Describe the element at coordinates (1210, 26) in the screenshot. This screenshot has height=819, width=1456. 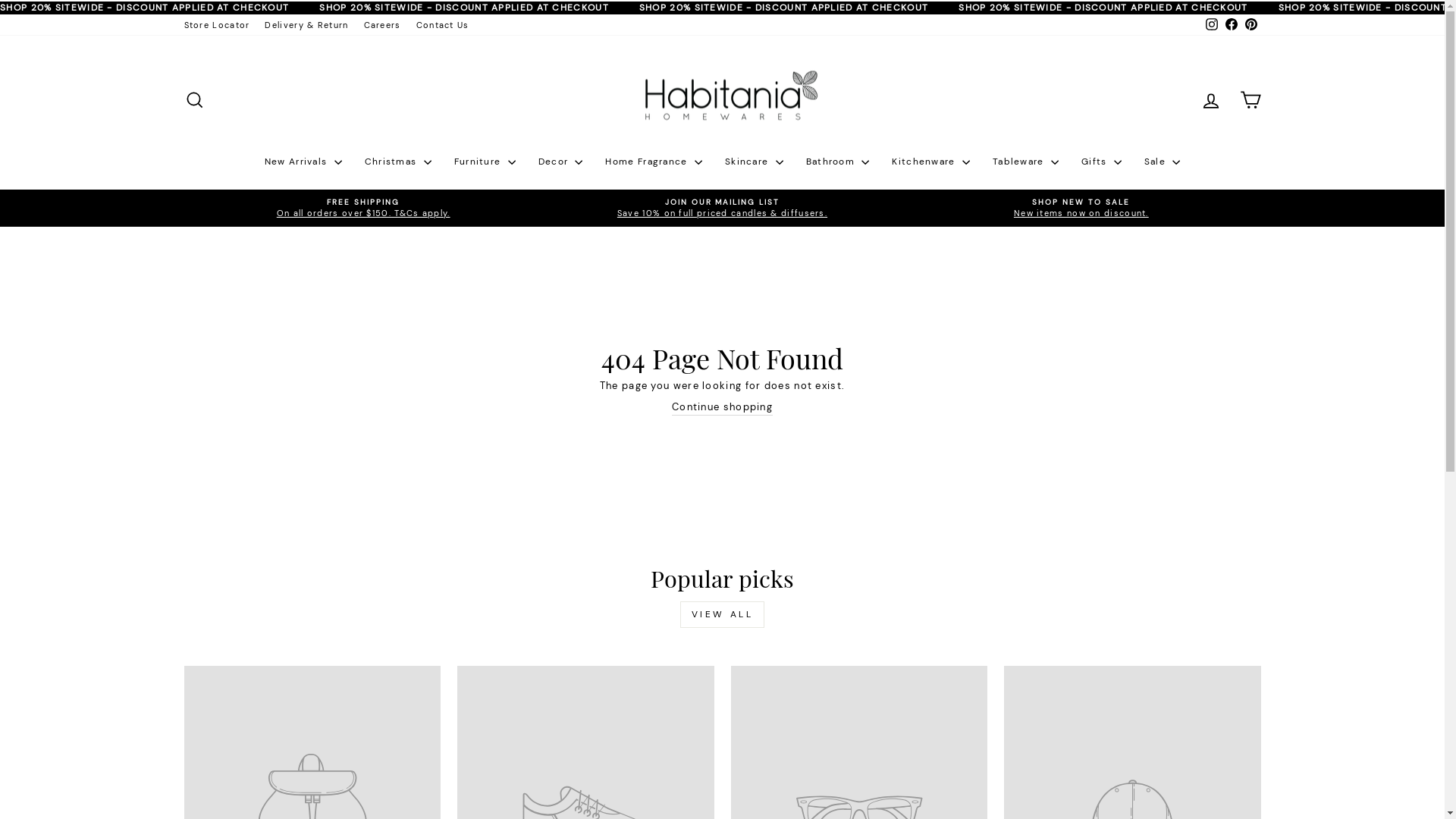
I see `'instagram` at that location.